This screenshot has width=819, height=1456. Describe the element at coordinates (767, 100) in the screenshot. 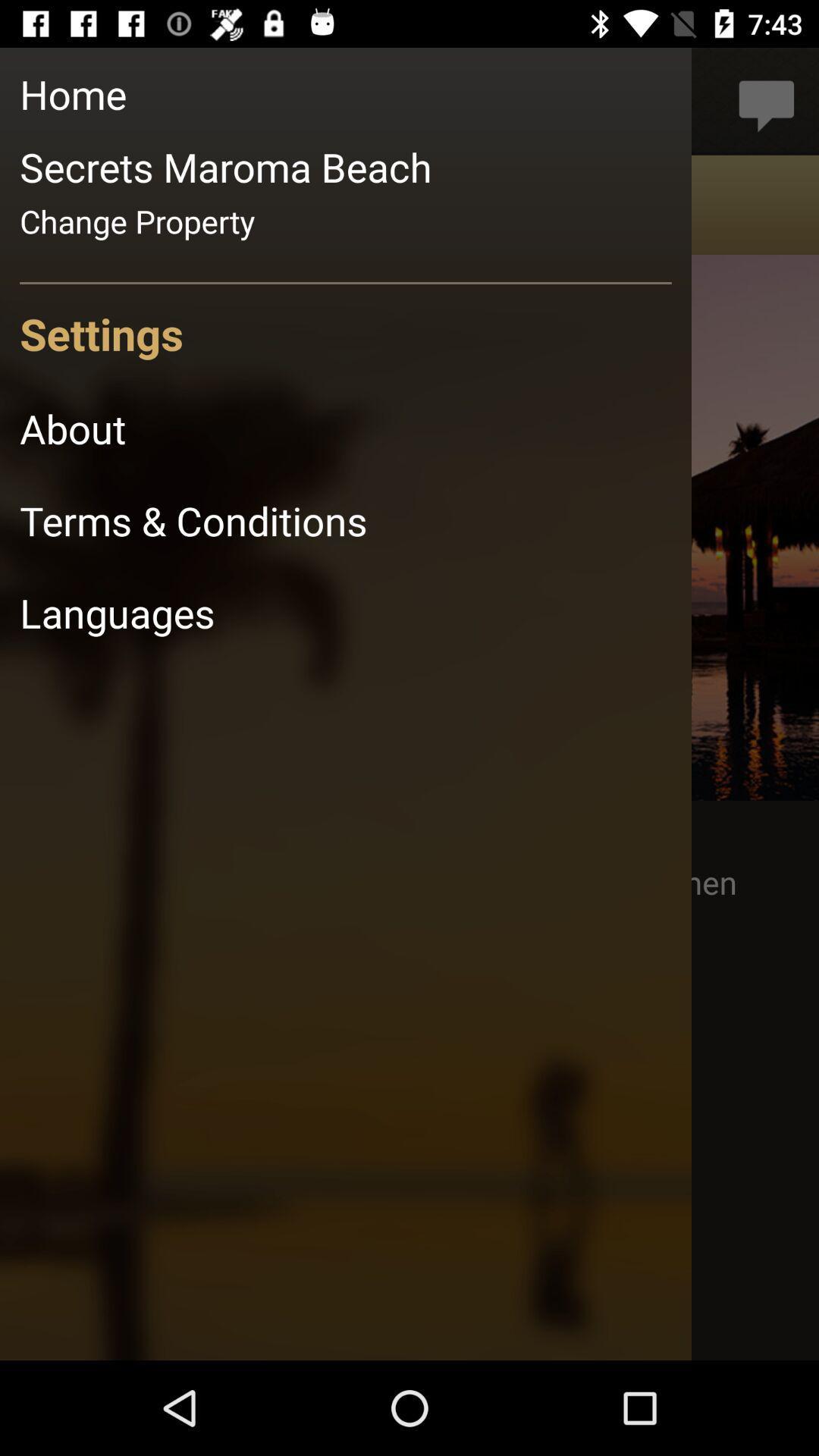

I see `the chat icon` at that location.